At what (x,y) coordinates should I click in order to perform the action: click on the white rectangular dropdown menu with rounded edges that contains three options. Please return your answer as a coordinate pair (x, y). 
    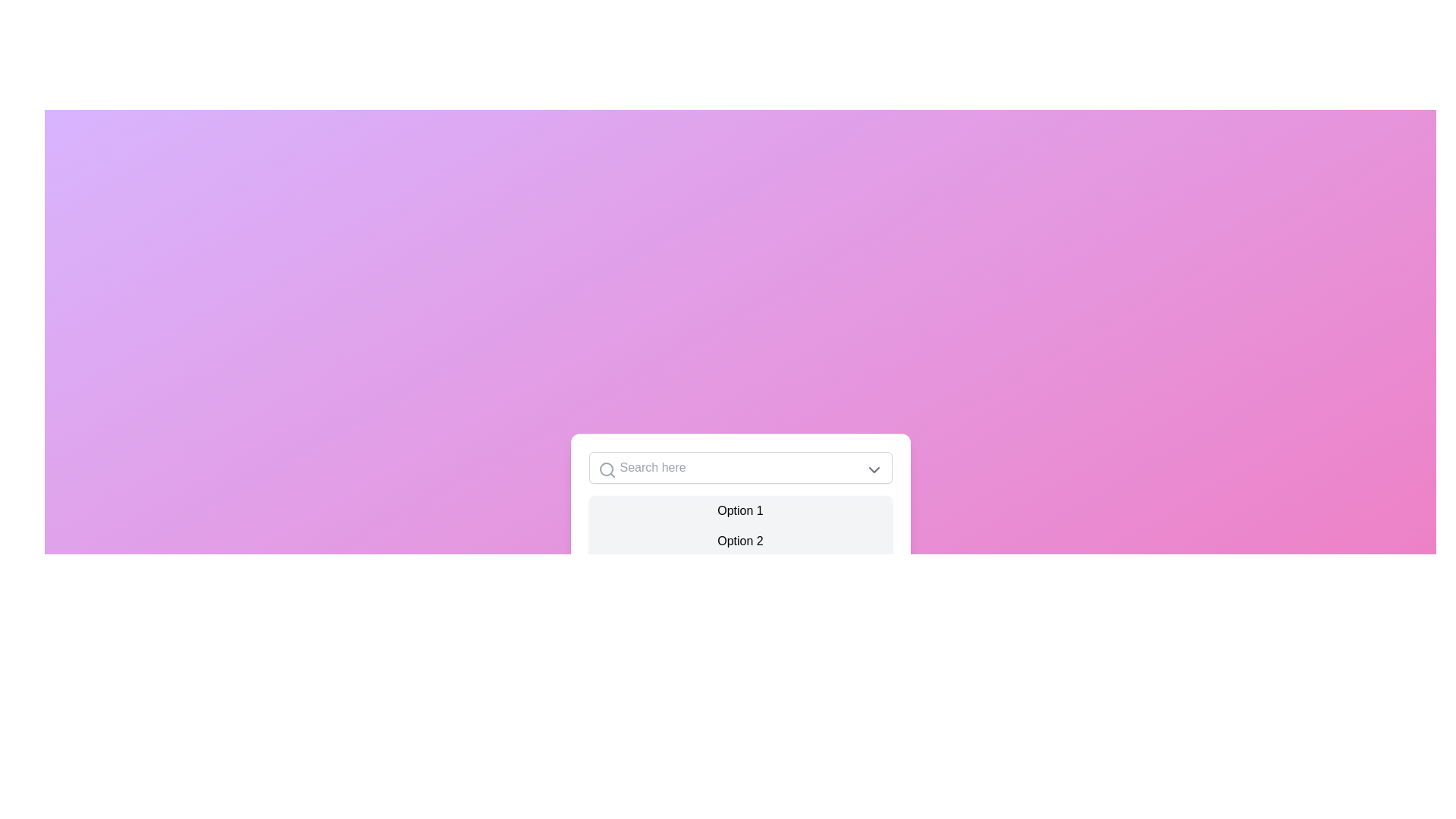
    Looking at the image, I should click on (740, 519).